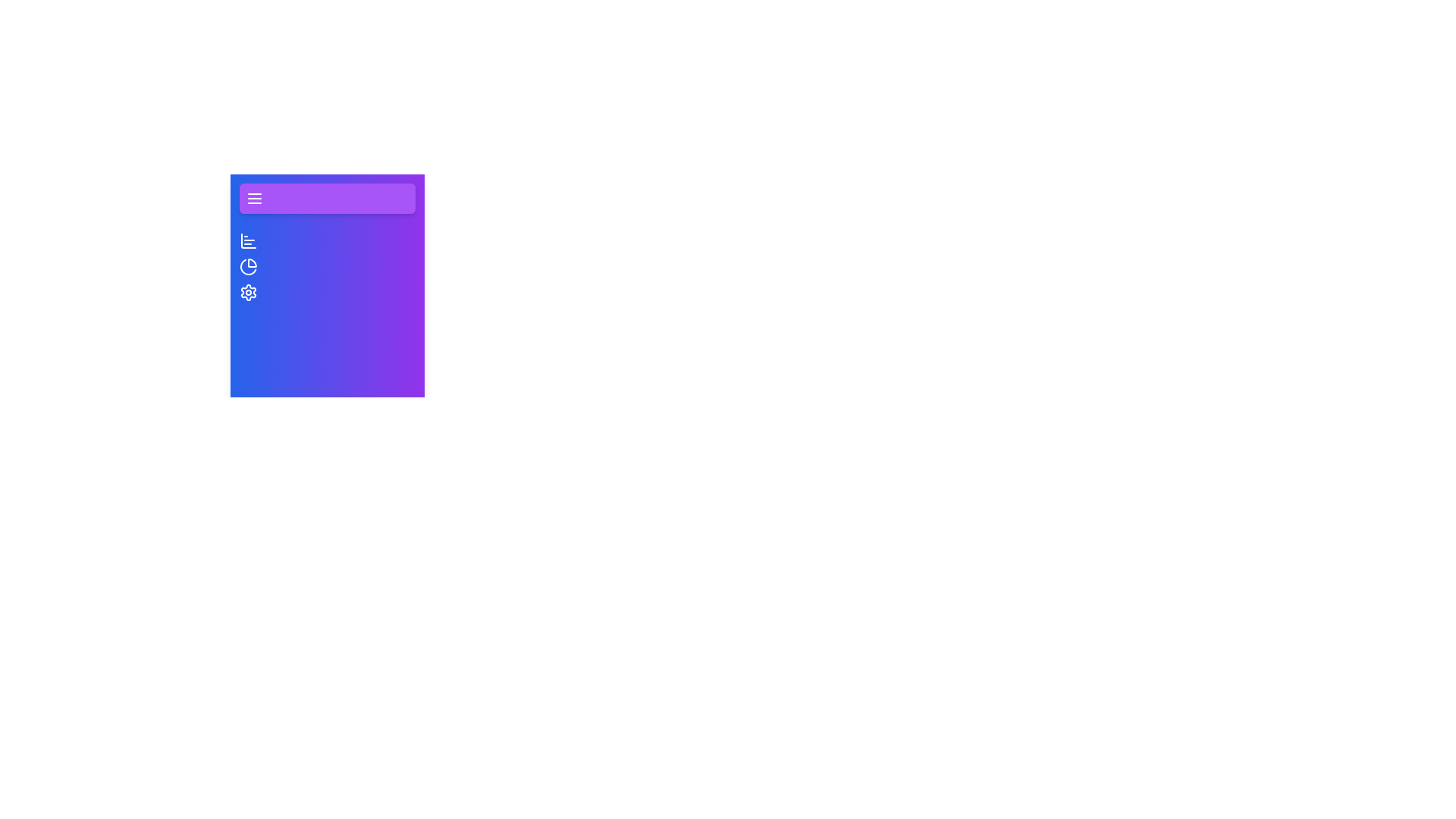 The width and height of the screenshot is (1456, 819). What do you see at coordinates (248, 265) in the screenshot?
I see `the tab Analysis to see the hover effect` at bounding box center [248, 265].